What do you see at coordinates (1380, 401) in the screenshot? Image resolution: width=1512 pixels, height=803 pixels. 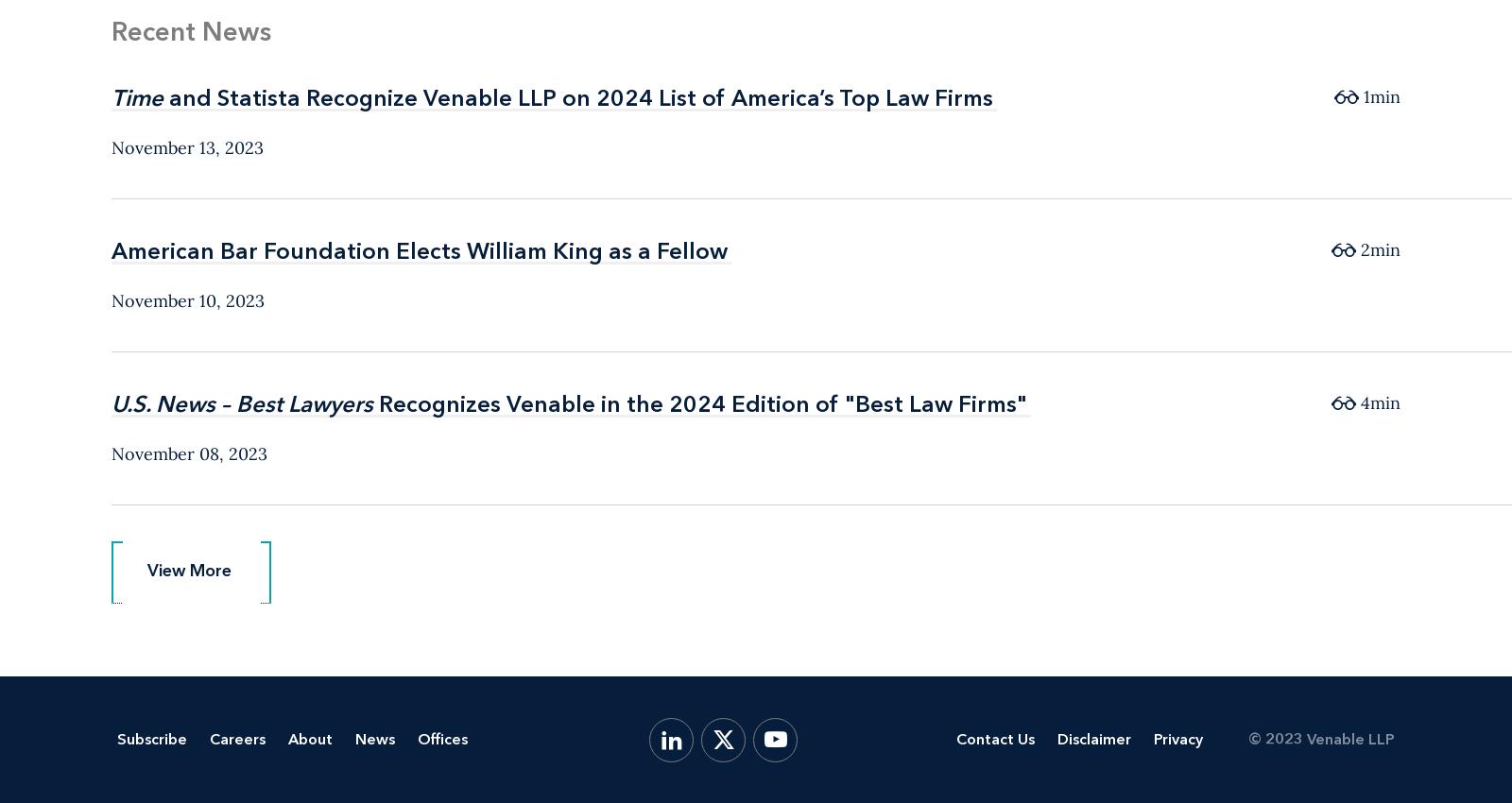 I see `'4min'` at bounding box center [1380, 401].